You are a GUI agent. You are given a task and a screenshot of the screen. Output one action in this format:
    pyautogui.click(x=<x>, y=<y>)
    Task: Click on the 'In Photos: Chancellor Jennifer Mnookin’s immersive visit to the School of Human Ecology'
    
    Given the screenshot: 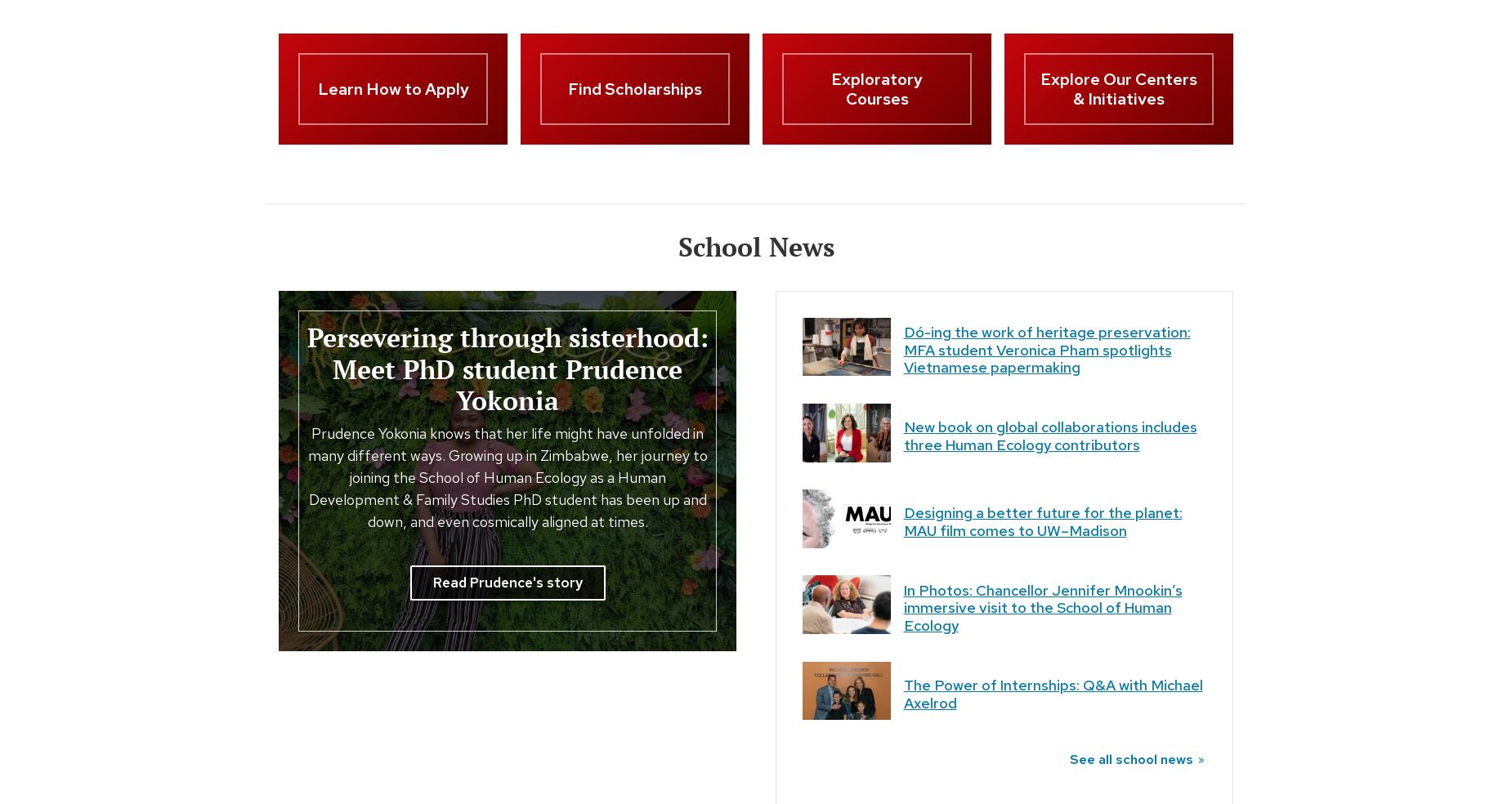 What is the action you would take?
    pyautogui.click(x=1041, y=606)
    